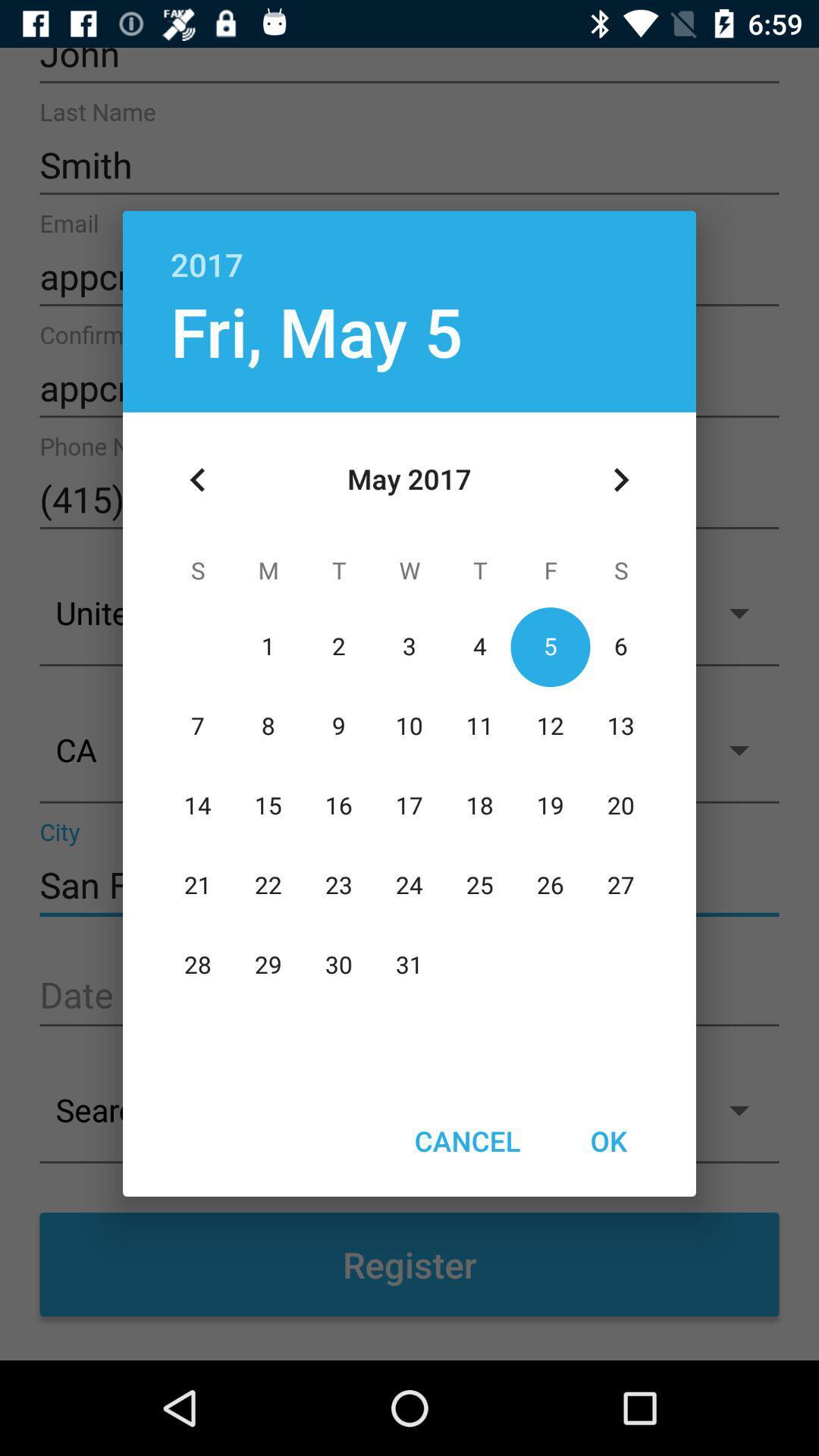 The height and width of the screenshot is (1456, 819). I want to click on the item to the right of cancel, so click(607, 1141).